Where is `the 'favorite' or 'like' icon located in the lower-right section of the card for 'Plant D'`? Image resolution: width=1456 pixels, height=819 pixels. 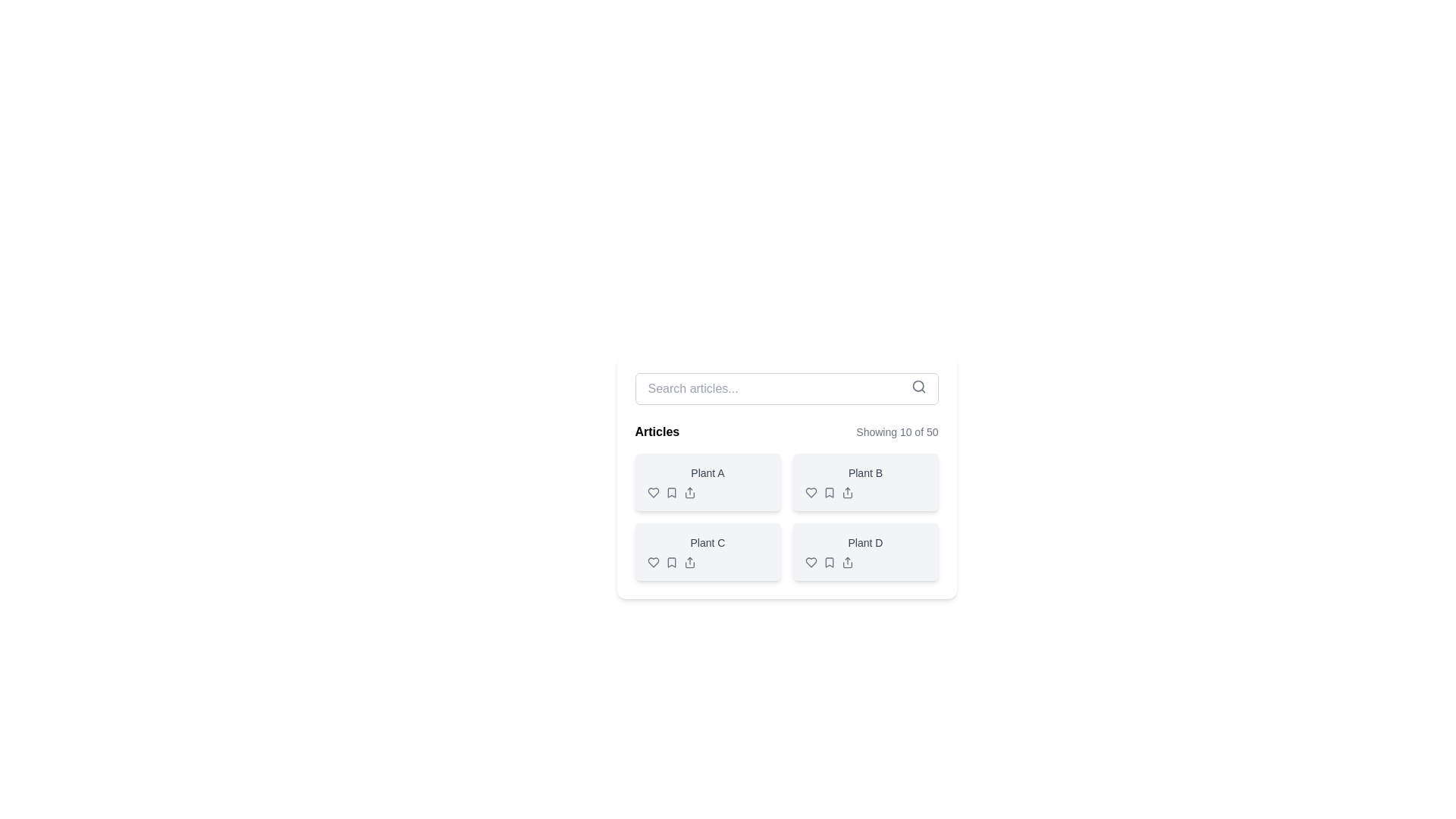
the 'favorite' or 'like' icon located in the lower-right section of the card for 'Plant D' is located at coordinates (810, 562).